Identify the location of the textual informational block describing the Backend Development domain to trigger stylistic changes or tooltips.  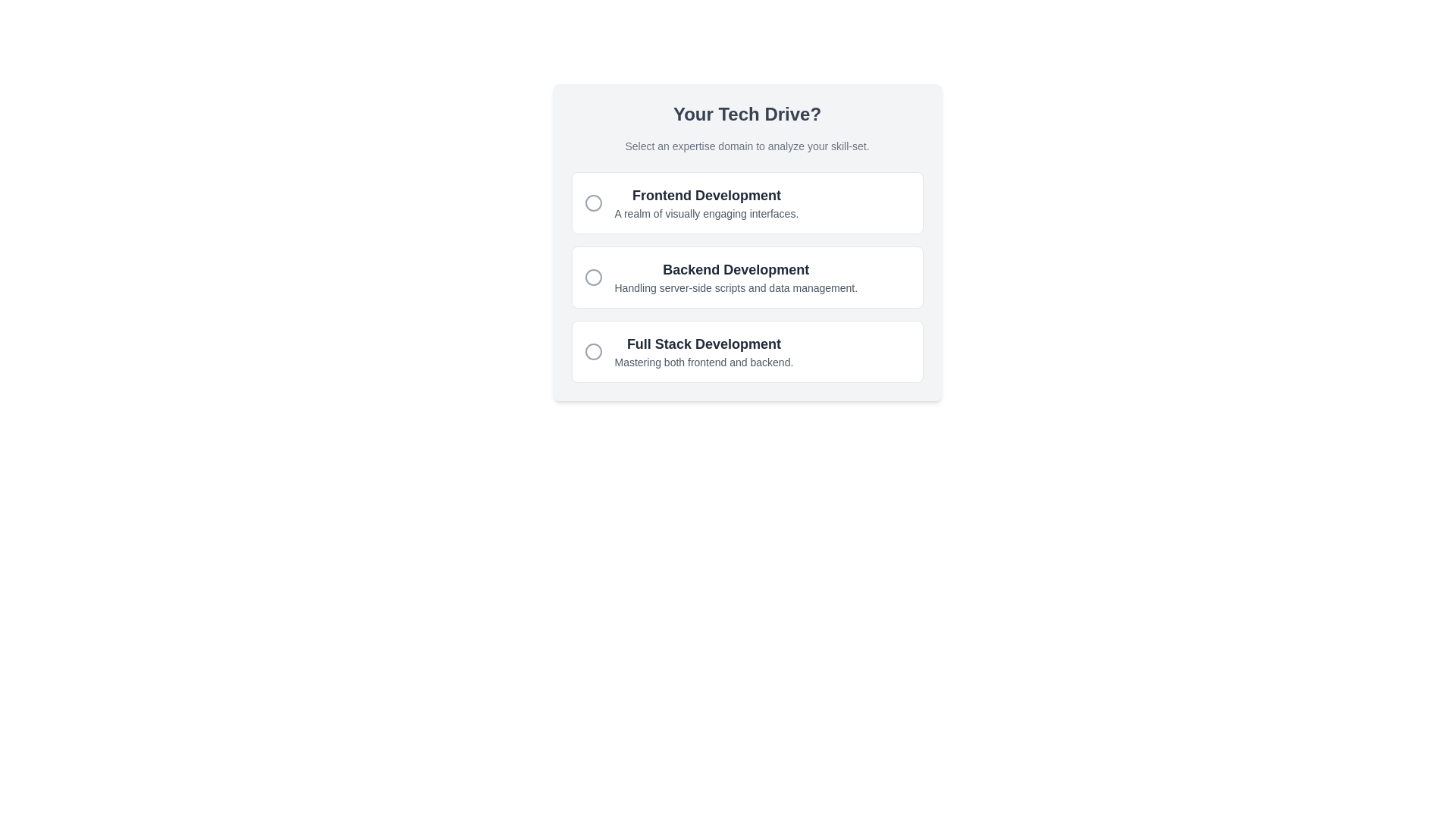
(736, 278).